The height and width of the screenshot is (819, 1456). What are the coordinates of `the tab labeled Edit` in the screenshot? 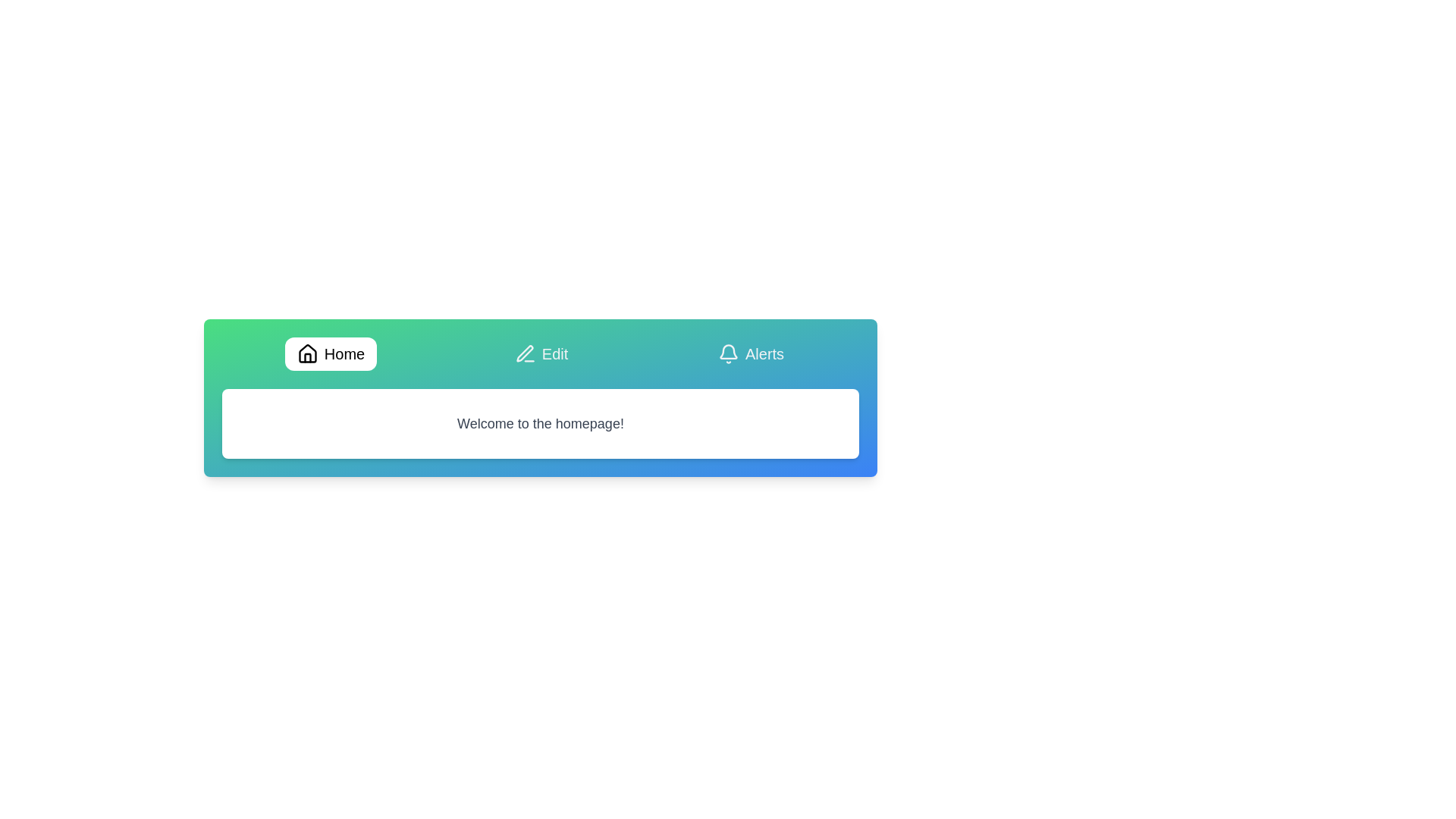 It's located at (541, 353).